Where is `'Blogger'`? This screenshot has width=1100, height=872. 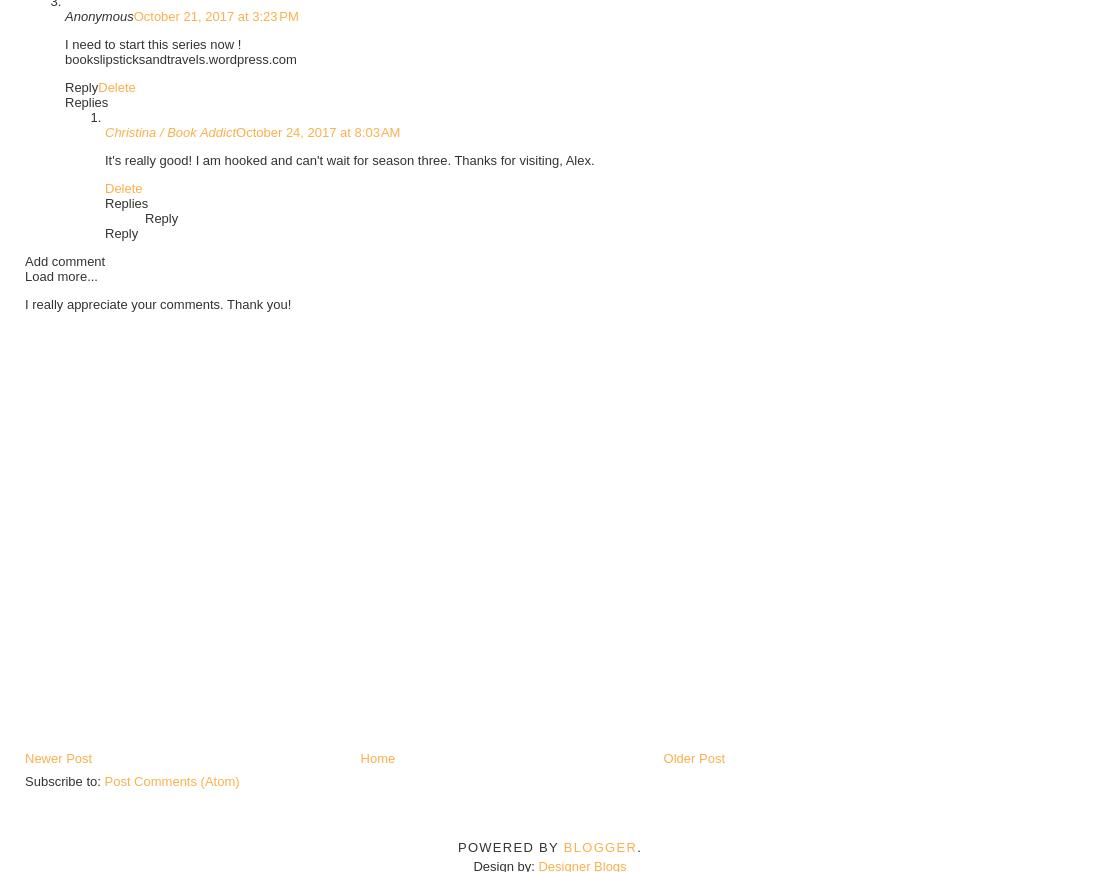
'Blogger' is located at coordinates (599, 846).